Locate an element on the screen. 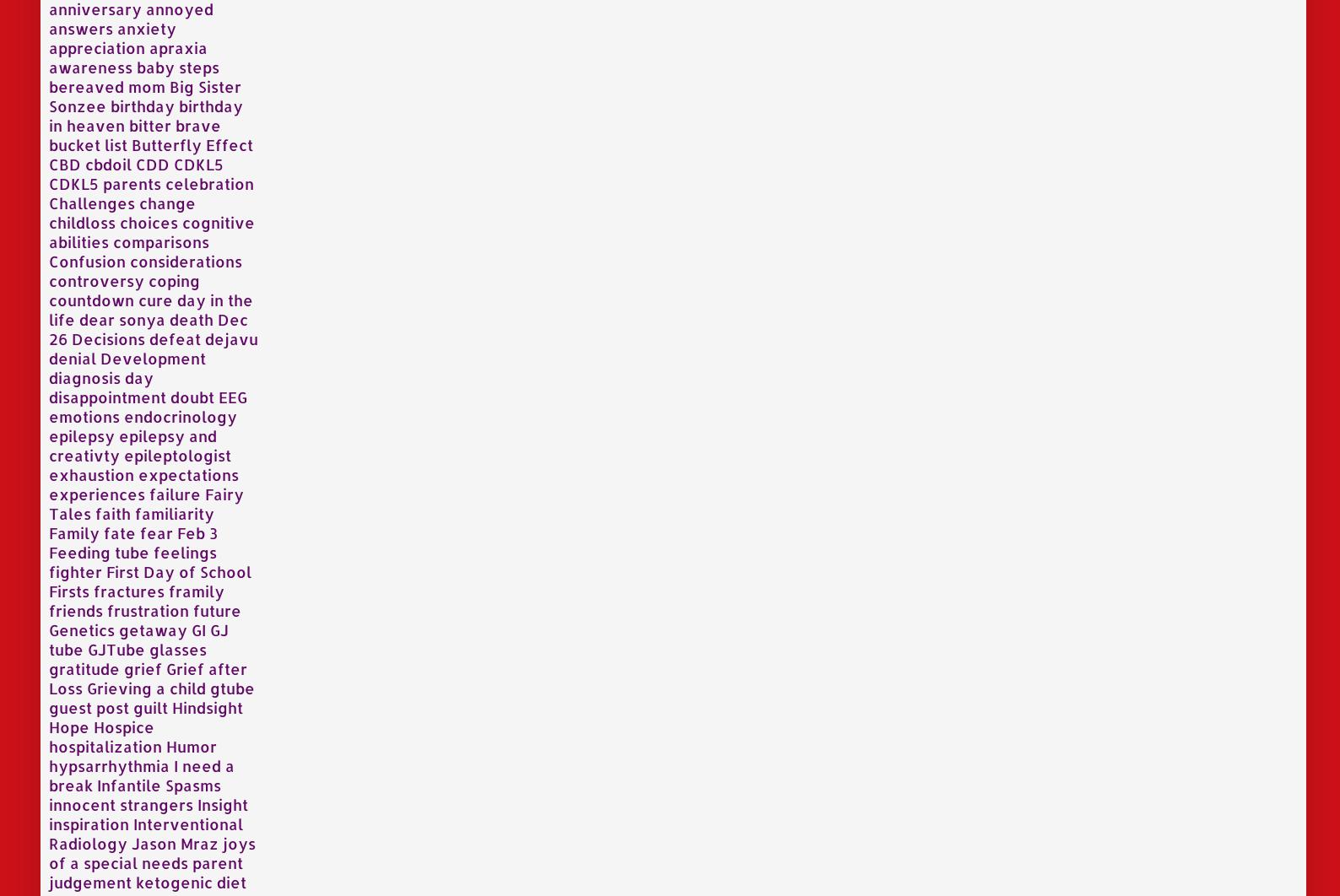 This screenshot has height=896, width=1340. 'GJTube' is located at coordinates (115, 648).